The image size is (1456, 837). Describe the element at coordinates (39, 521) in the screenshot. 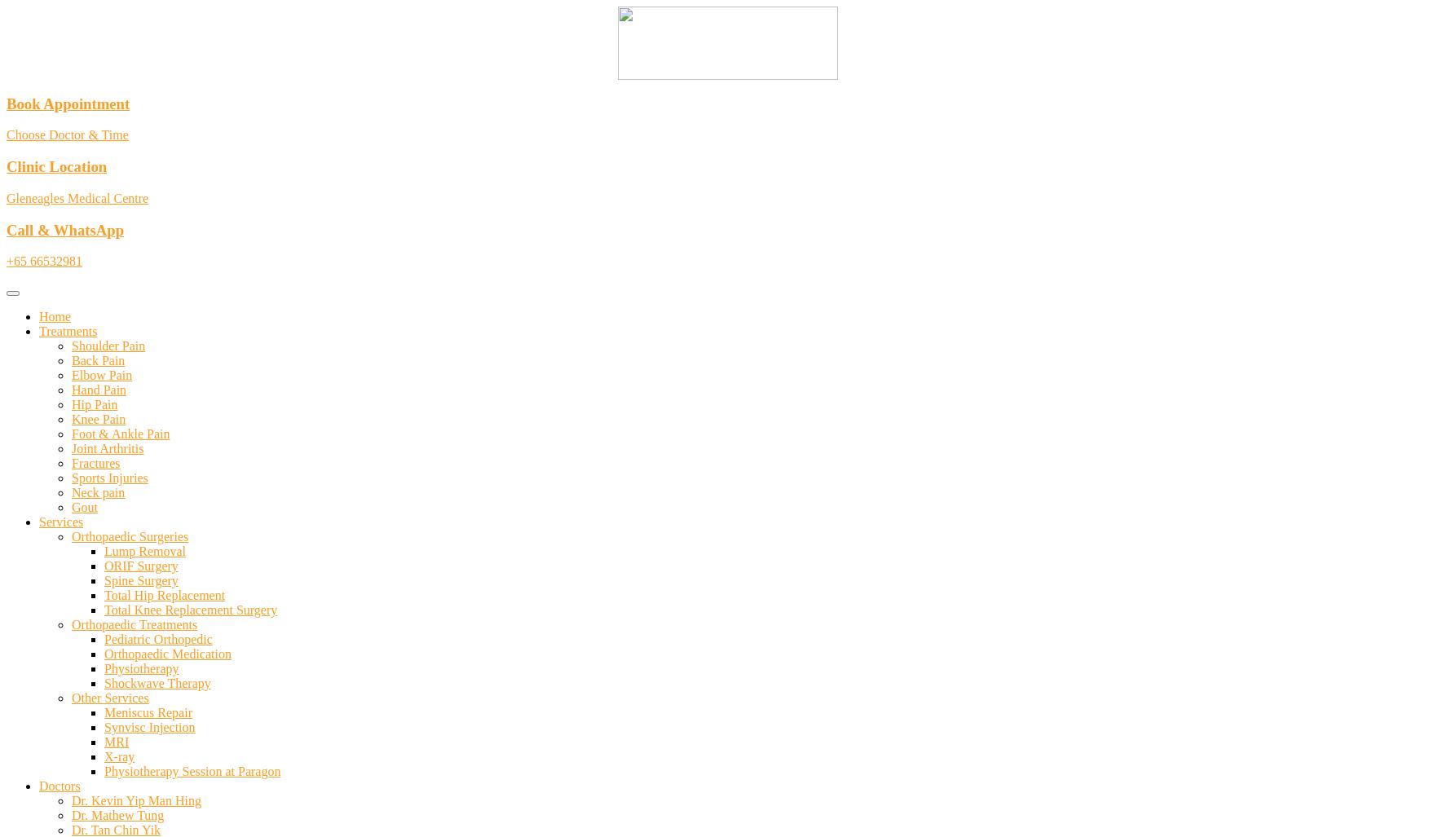

I see `'Services'` at that location.